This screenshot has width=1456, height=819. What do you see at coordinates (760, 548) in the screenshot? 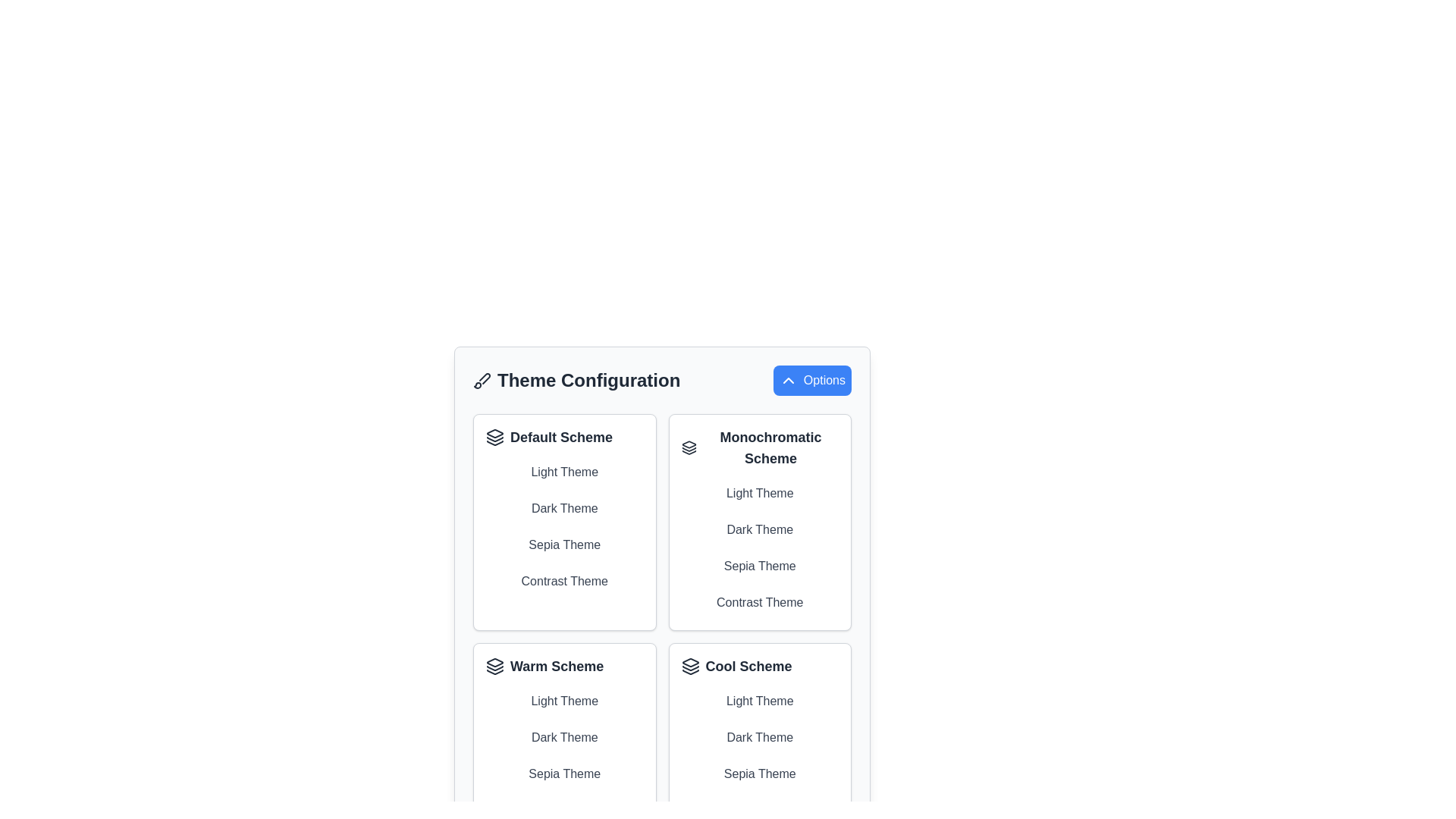
I see `an item in the list of selectable options for themes under the 'Monochromatic Scheme' card` at bounding box center [760, 548].